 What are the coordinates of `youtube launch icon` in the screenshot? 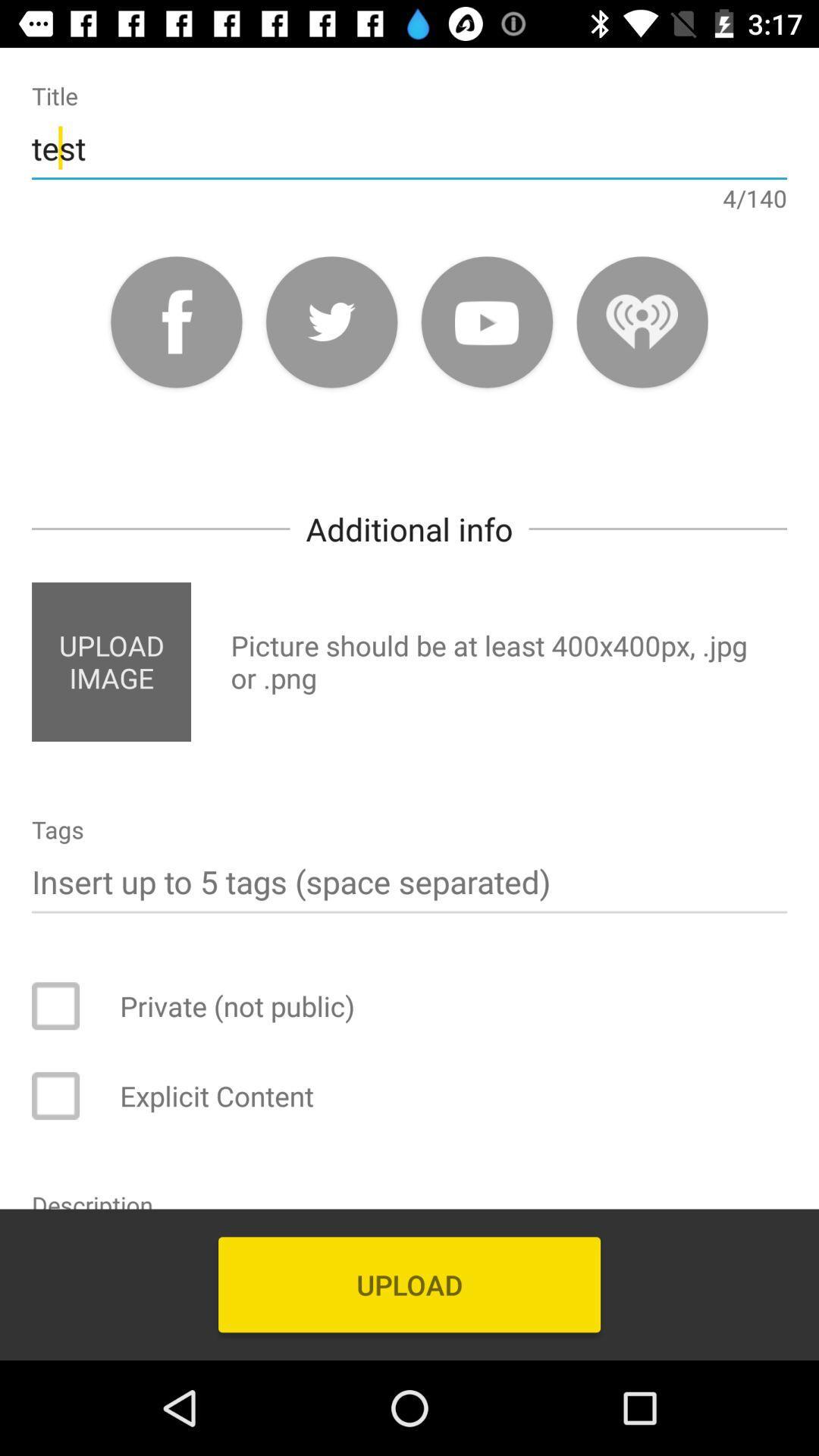 It's located at (487, 321).